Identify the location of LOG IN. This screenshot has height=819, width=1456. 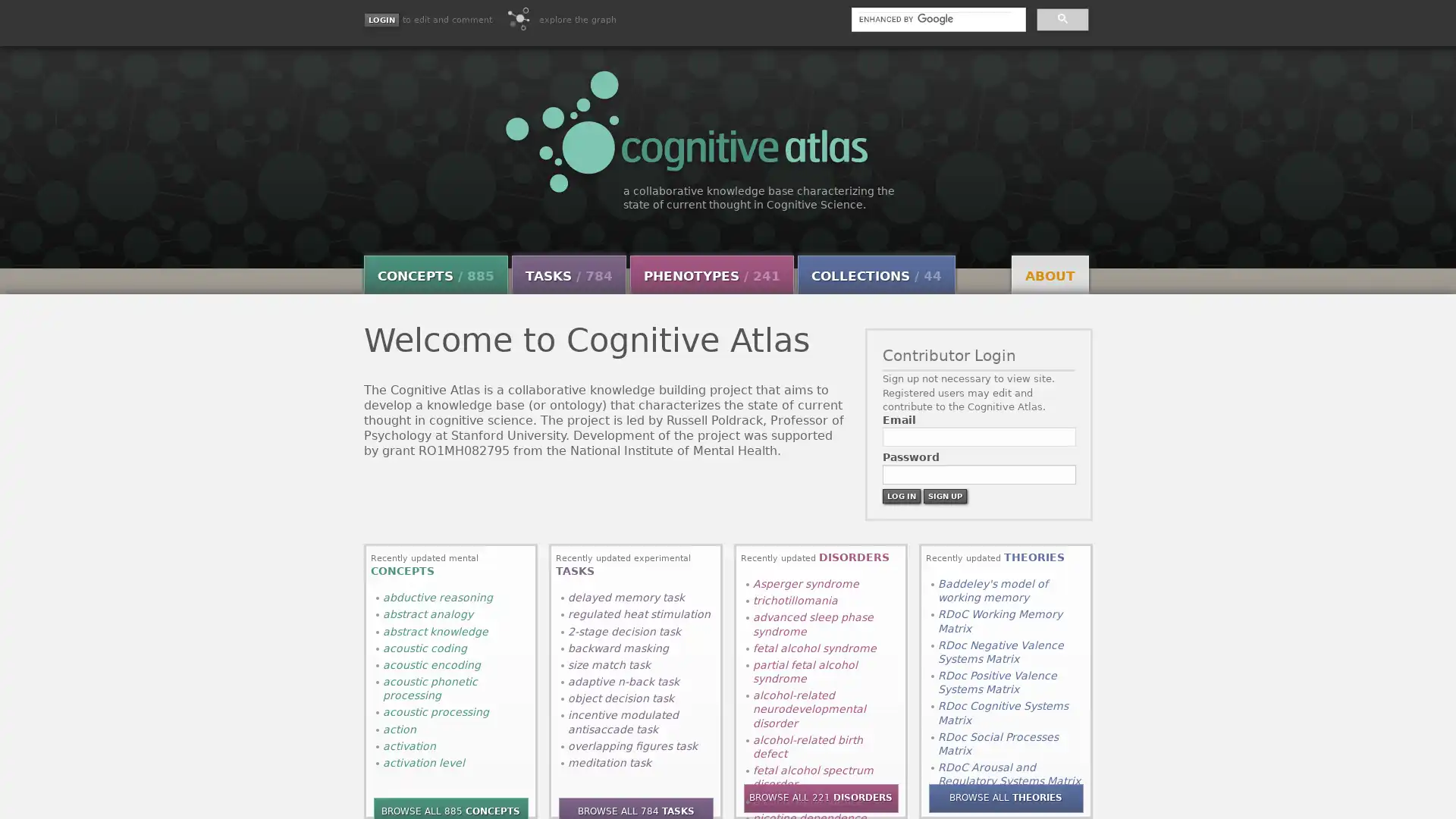
(900, 495).